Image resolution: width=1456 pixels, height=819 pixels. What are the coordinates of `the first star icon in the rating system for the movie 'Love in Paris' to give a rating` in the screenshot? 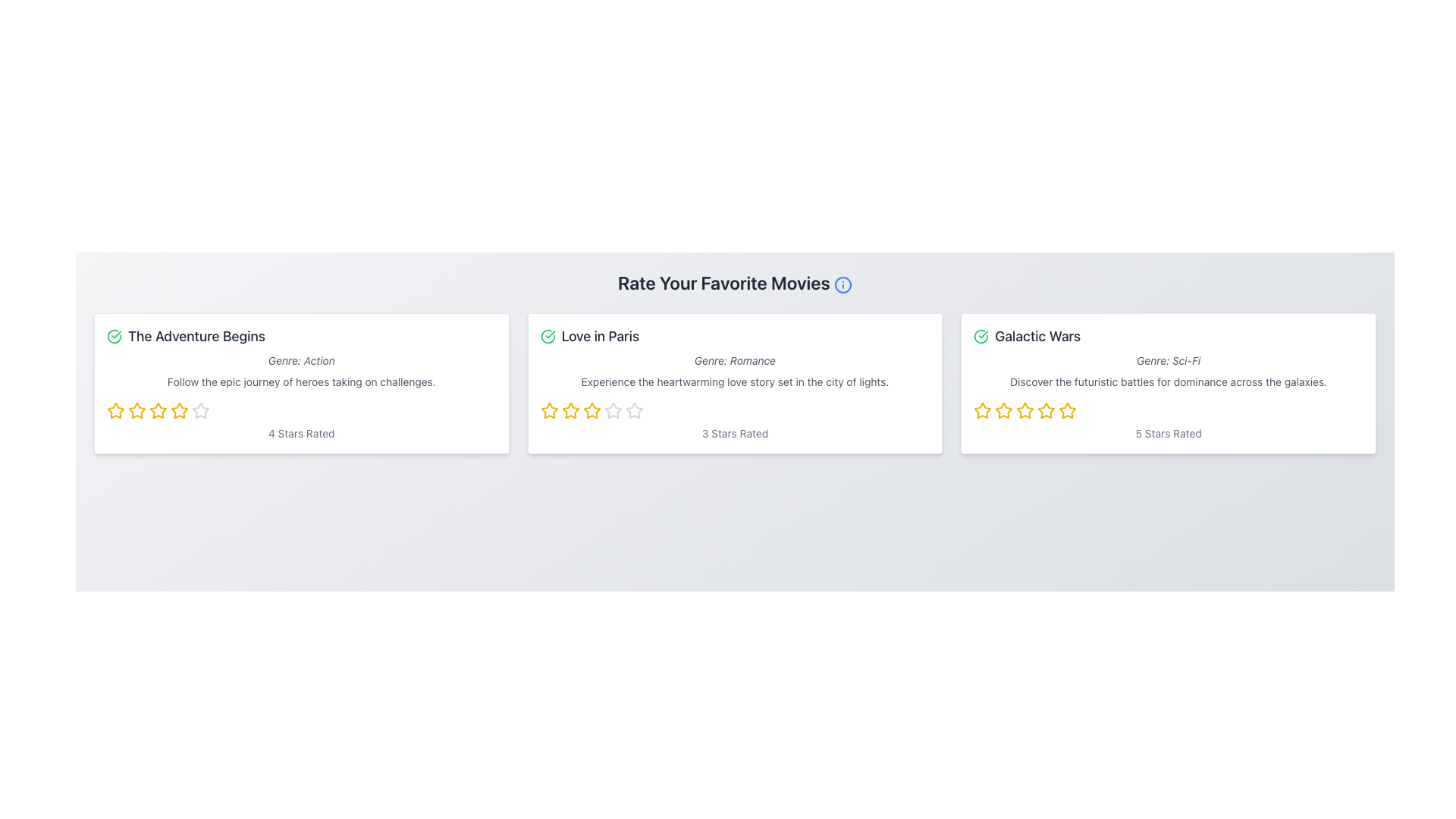 It's located at (548, 410).